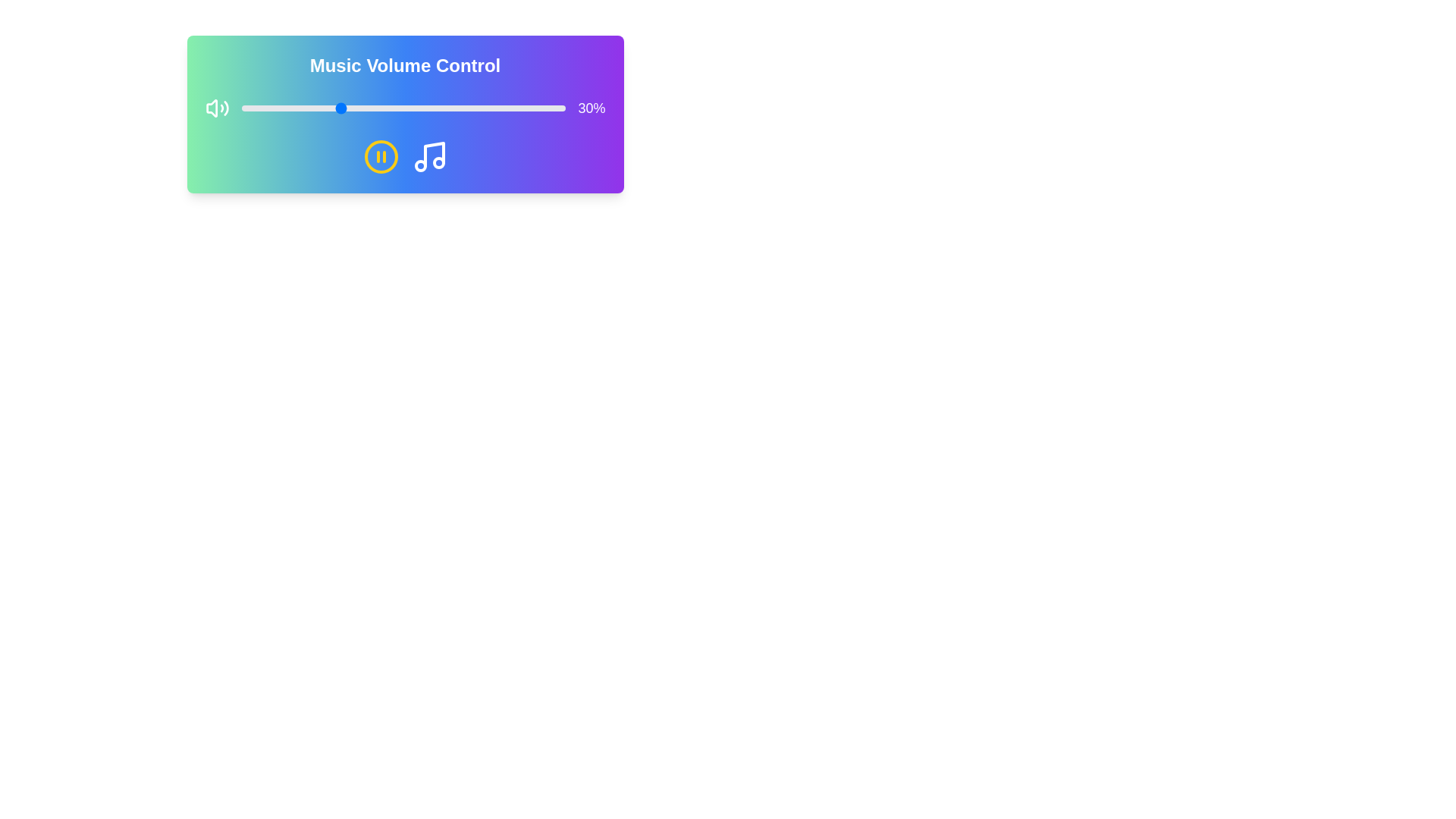 This screenshot has height=819, width=1456. Describe the element at coordinates (381, 157) in the screenshot. I see `the interactive pause button located to the left of the musical note symbol` at that location.